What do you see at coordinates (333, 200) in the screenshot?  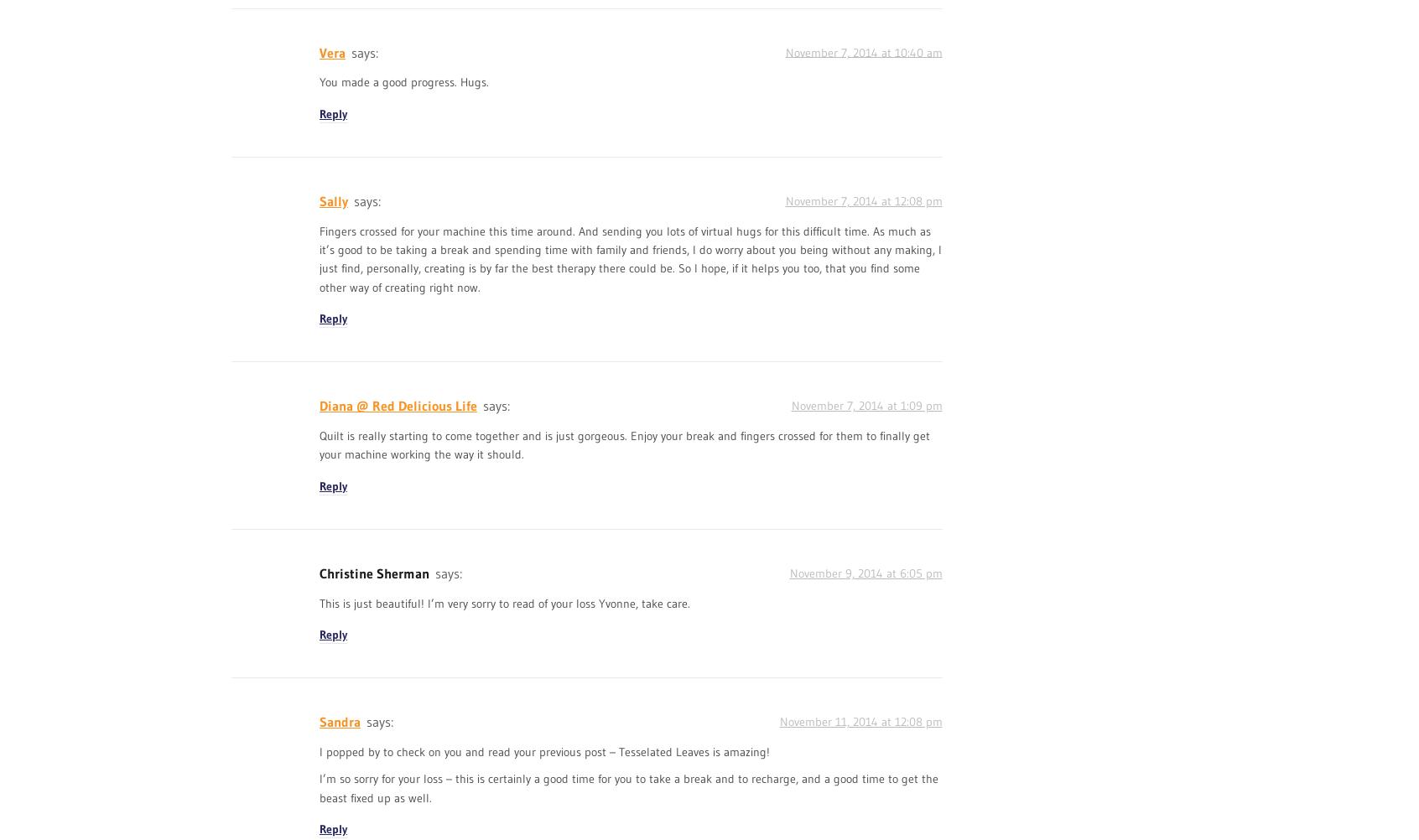 I see `'sally'` at bounding box center [333, 200].